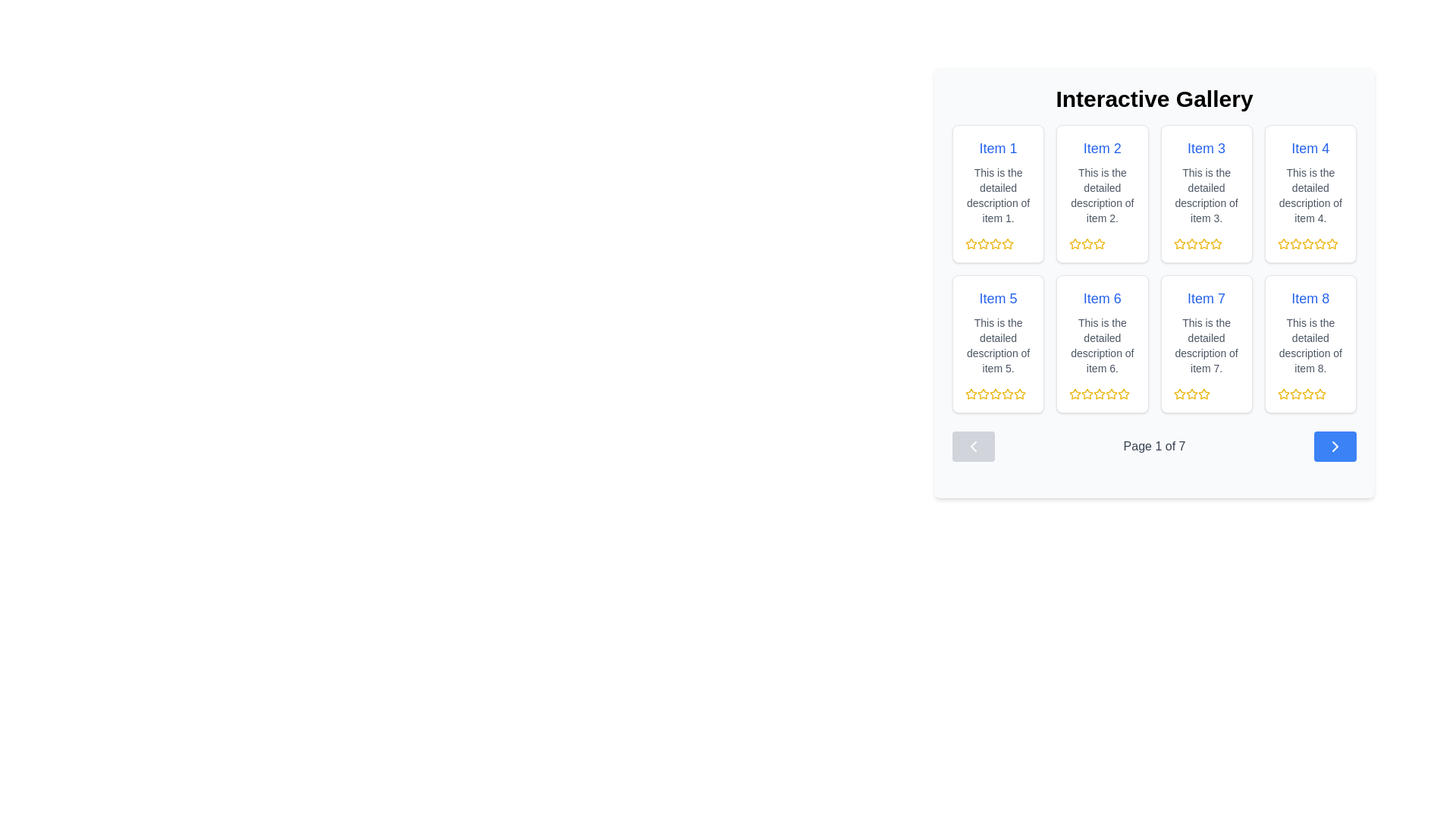 This screenshot has height=819, width=1456. What do you see at coordinates (1282, 394) in the screenshot?
I see `the first star icon, which is styled with a yellow color outline and is part of the rating system for the eighth item in the gallery` at bounding box center [1282, 394].